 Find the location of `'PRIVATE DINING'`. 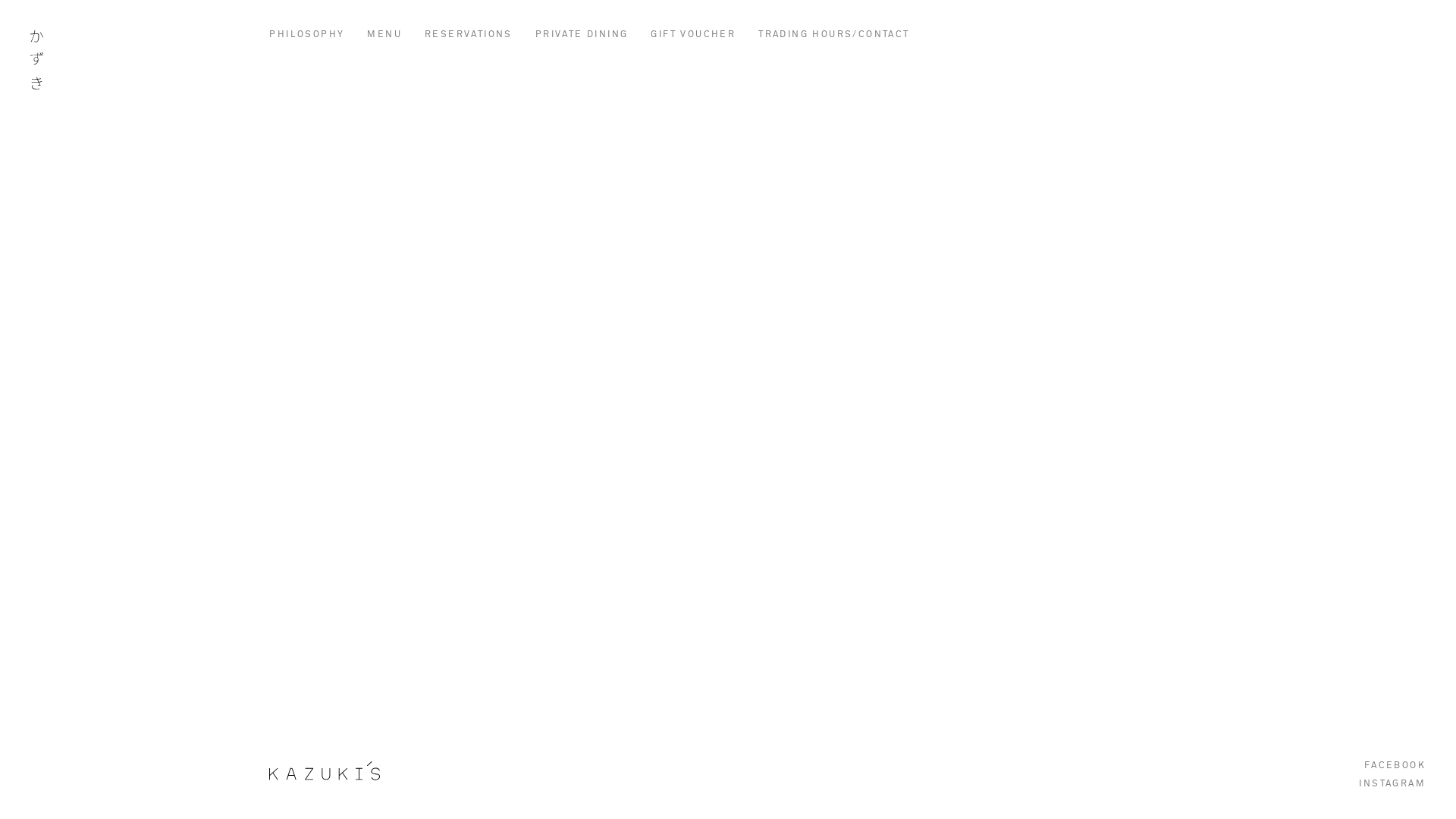

'PRIVATE DINING' is located at coordinates (581, 34).